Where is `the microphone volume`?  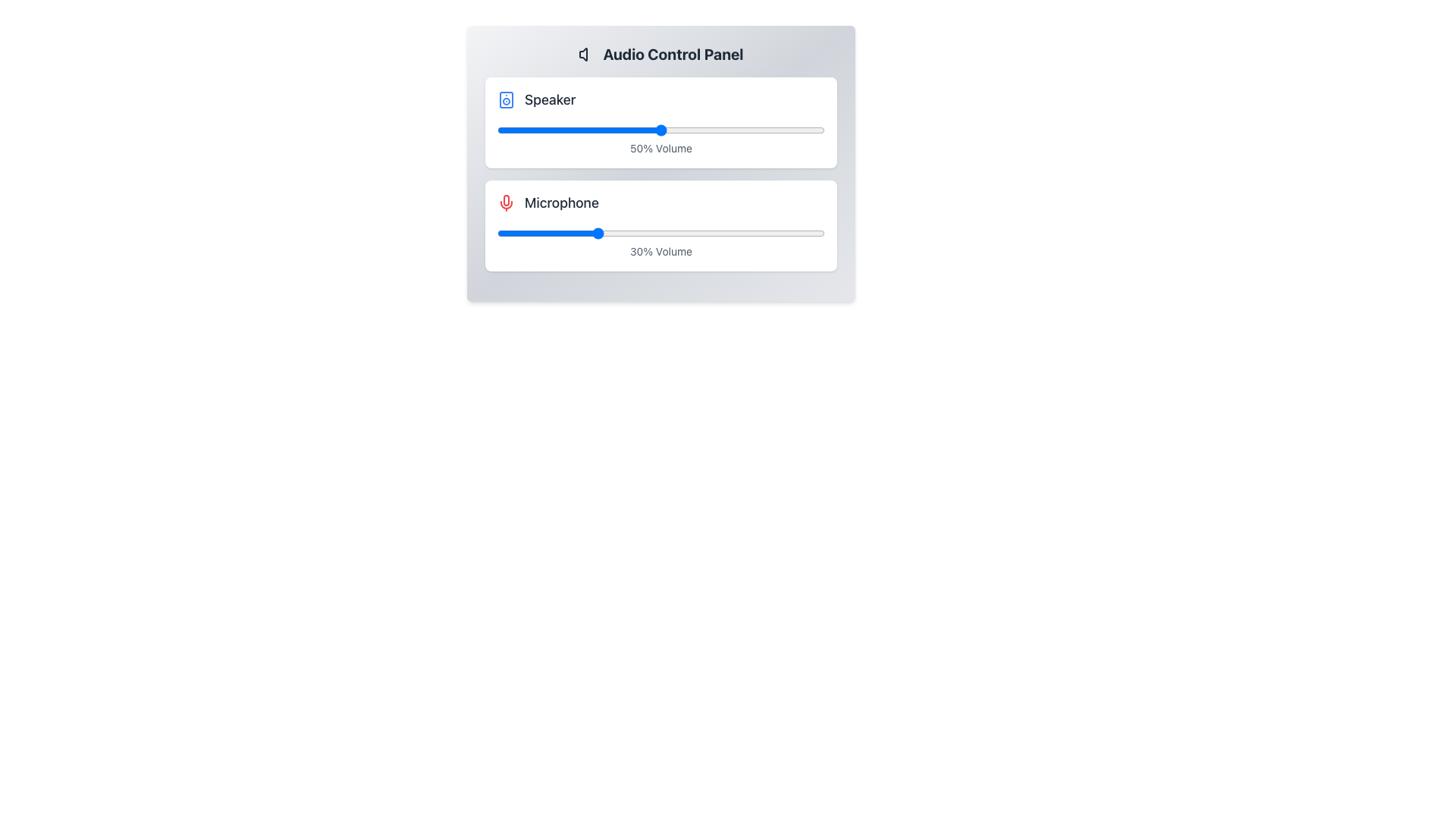 the microphone volume is located at coordinates (742, 234).